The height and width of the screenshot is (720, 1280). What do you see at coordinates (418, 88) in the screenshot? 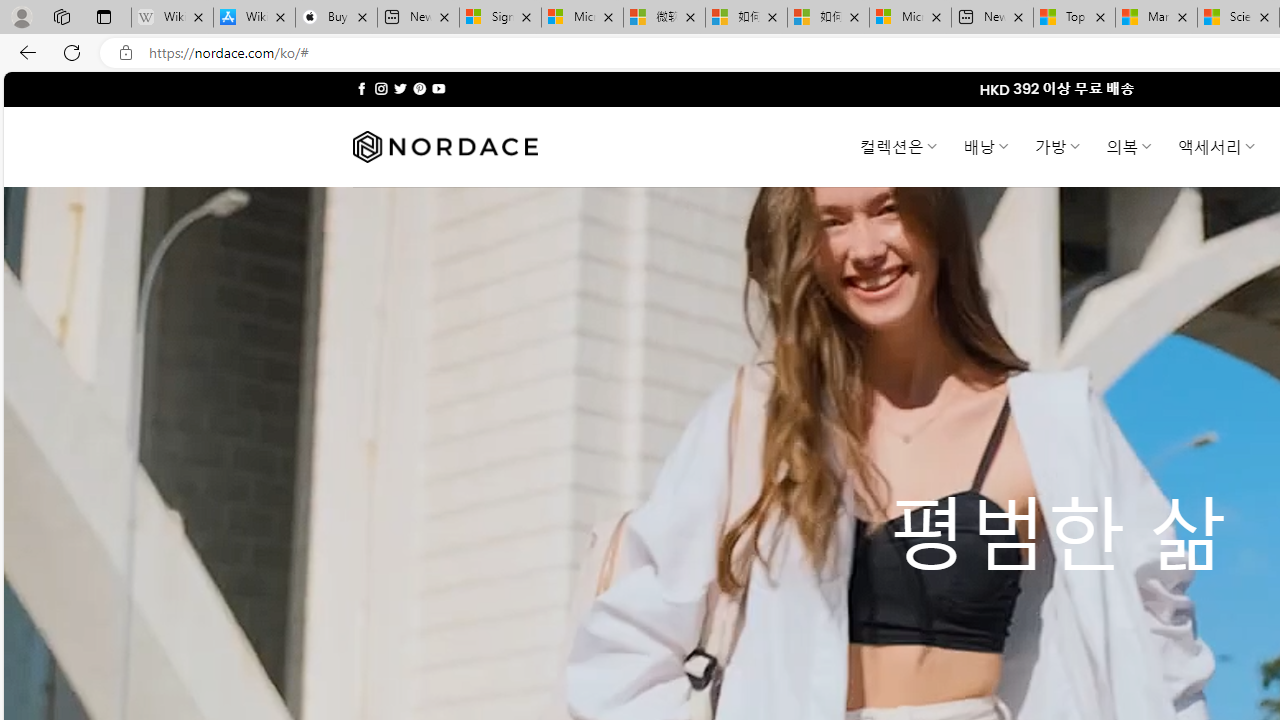
I see `'Follow on Pinterest'` at bounding box center [418, 88].